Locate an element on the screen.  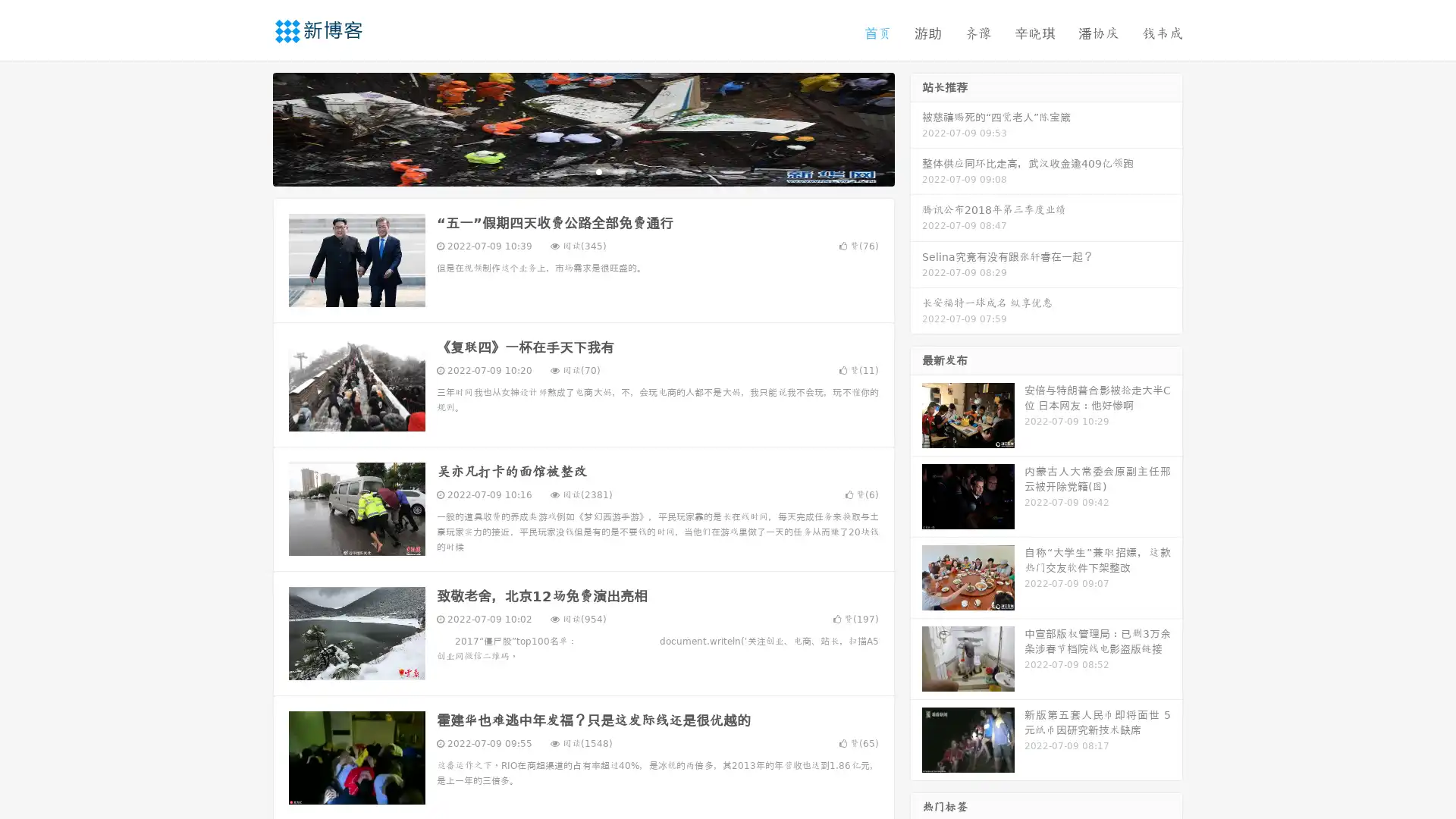
Go to slide 2 is located at coordinates (582, 171).